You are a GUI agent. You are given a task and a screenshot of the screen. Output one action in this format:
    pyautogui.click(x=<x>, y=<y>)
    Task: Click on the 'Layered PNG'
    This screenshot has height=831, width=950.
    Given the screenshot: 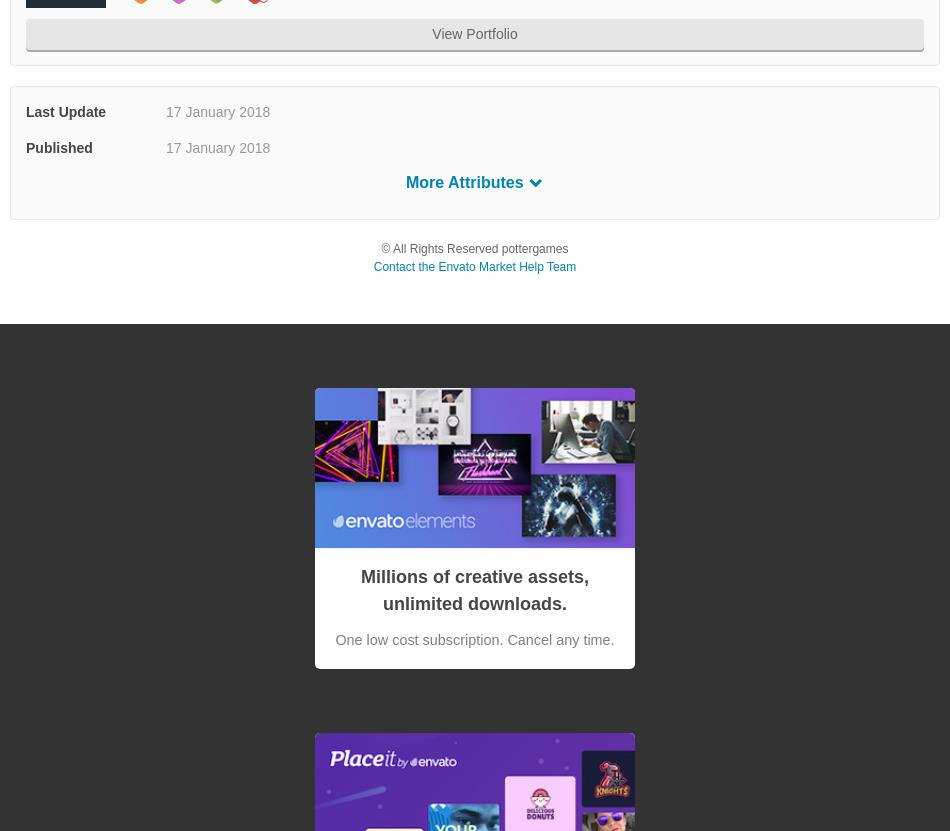 What is the action you would take?
    pyautogui.click(x=297, y=182)
    